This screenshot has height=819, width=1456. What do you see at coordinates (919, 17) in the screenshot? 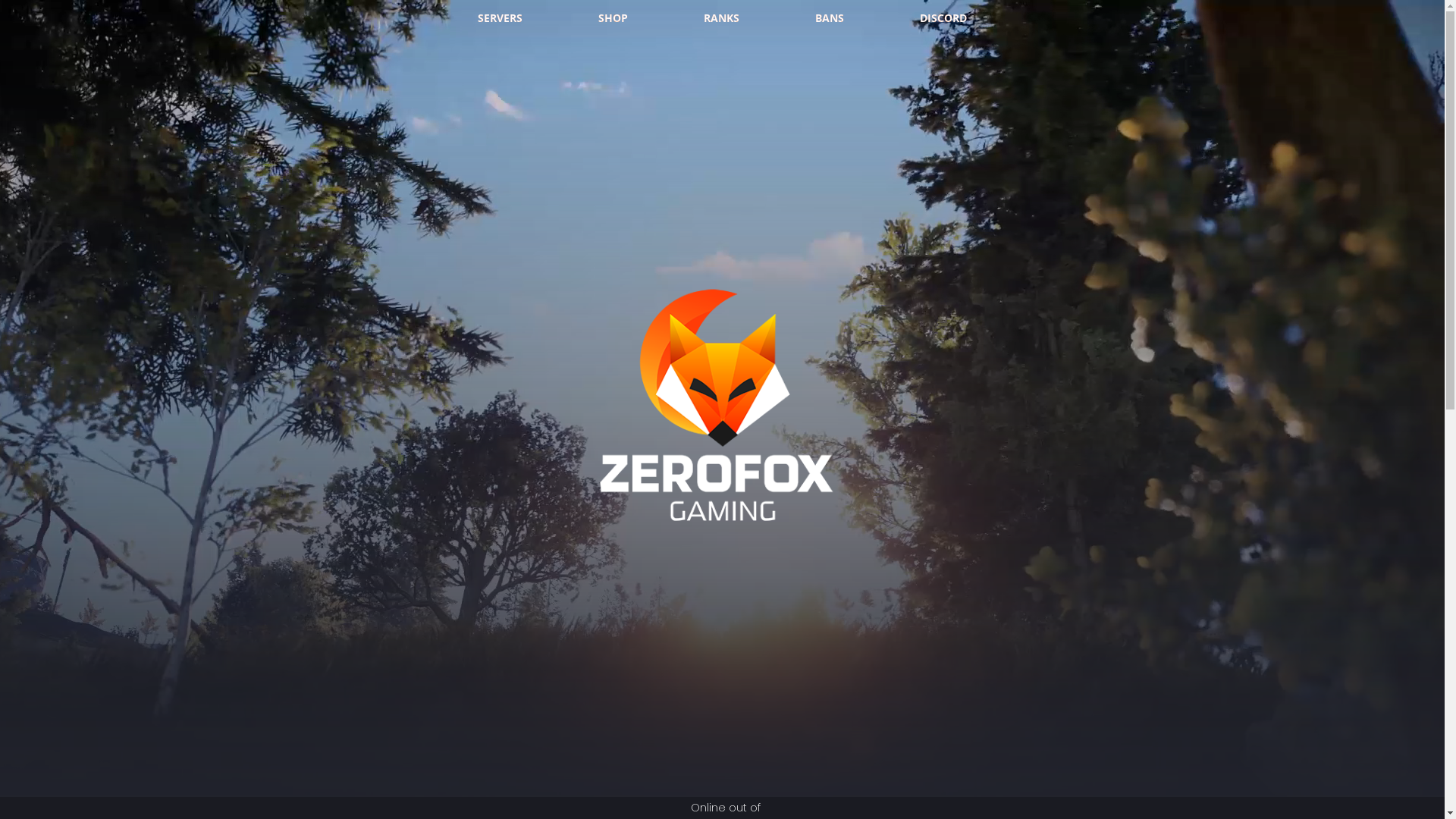
I see `'DISCORD'` at bounding box center [919, 17].